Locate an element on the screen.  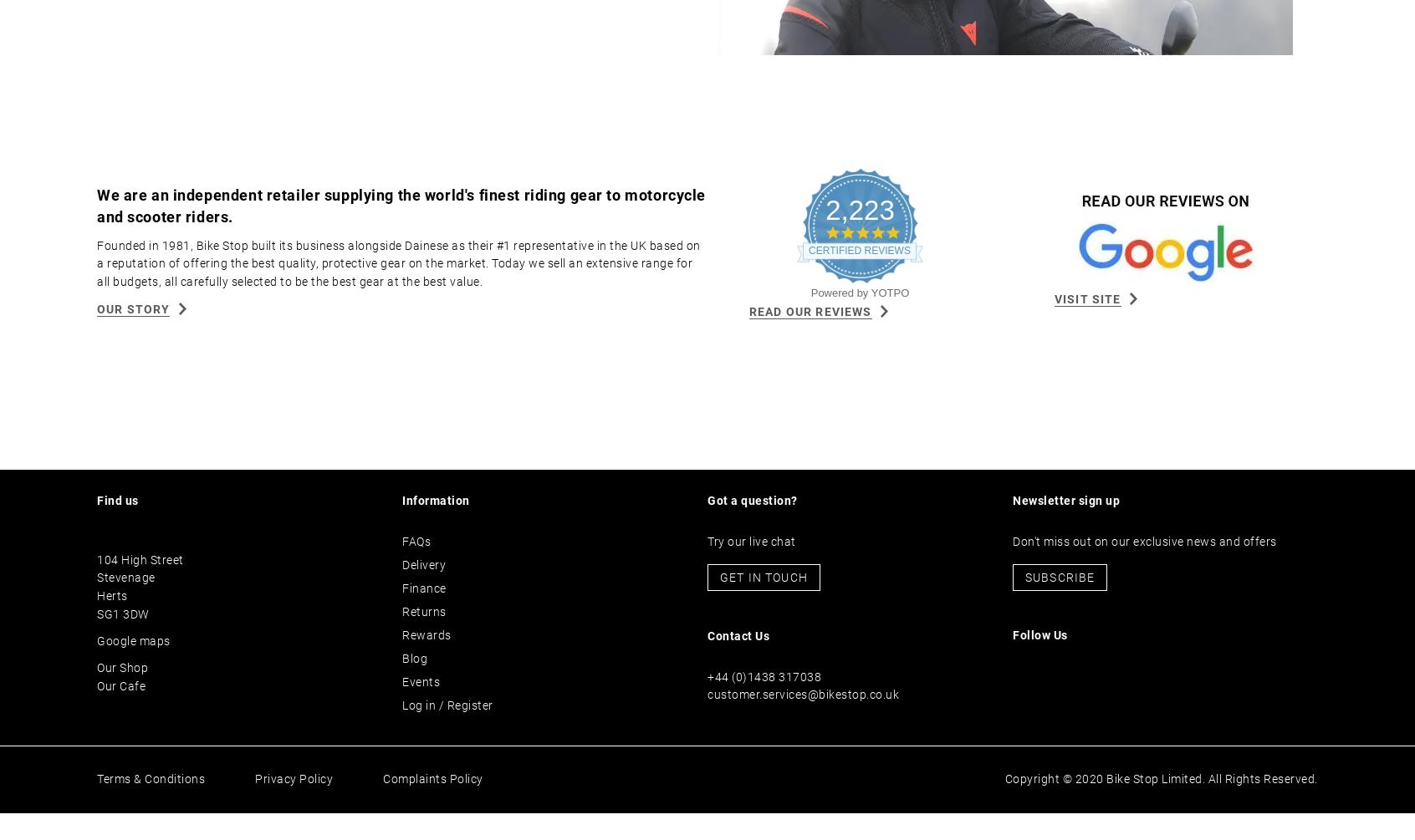
'Founded in 1981, Bike Stop built its business alongside Dainese as their #1 representative in the UK based on a reputation of offering the best quality, protective gear on the market. Today we sell an extensive range for all budgets, all carefully selected to be the best gear at the best value.' is located at coordinates (397, 291).